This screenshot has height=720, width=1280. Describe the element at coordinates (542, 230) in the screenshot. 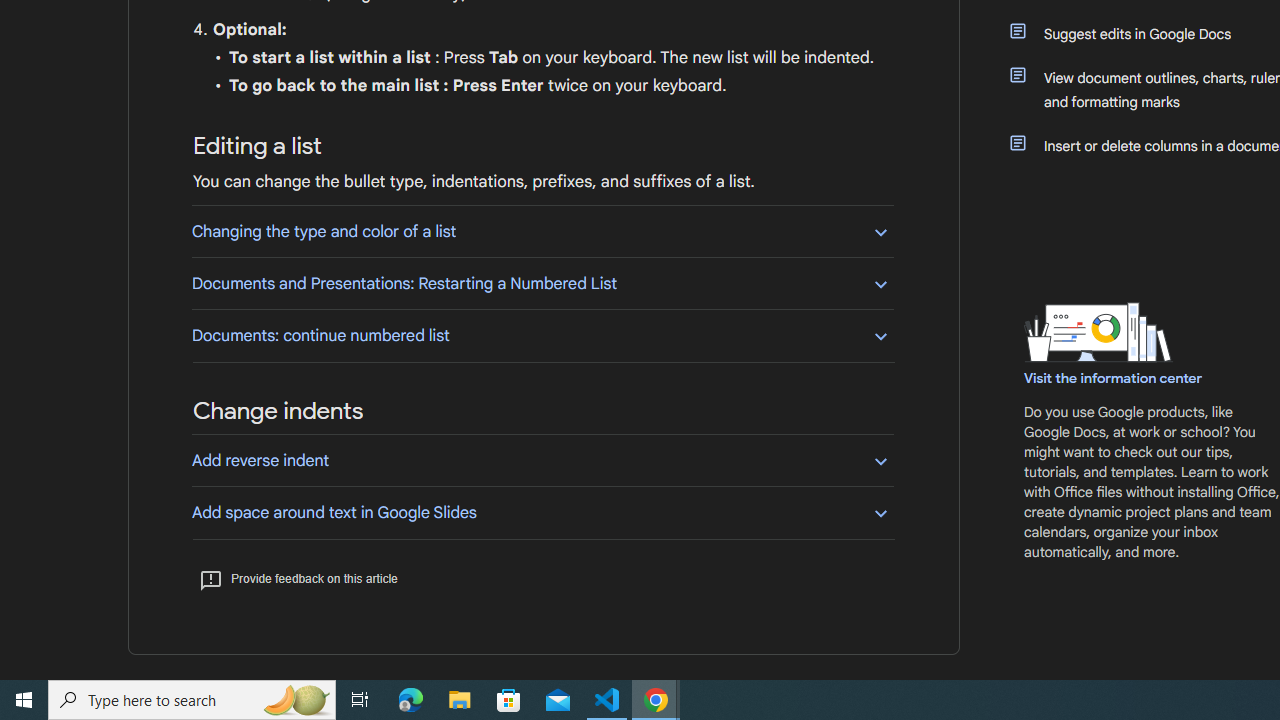

I see `'Changing the type and color of a list'` at that location.